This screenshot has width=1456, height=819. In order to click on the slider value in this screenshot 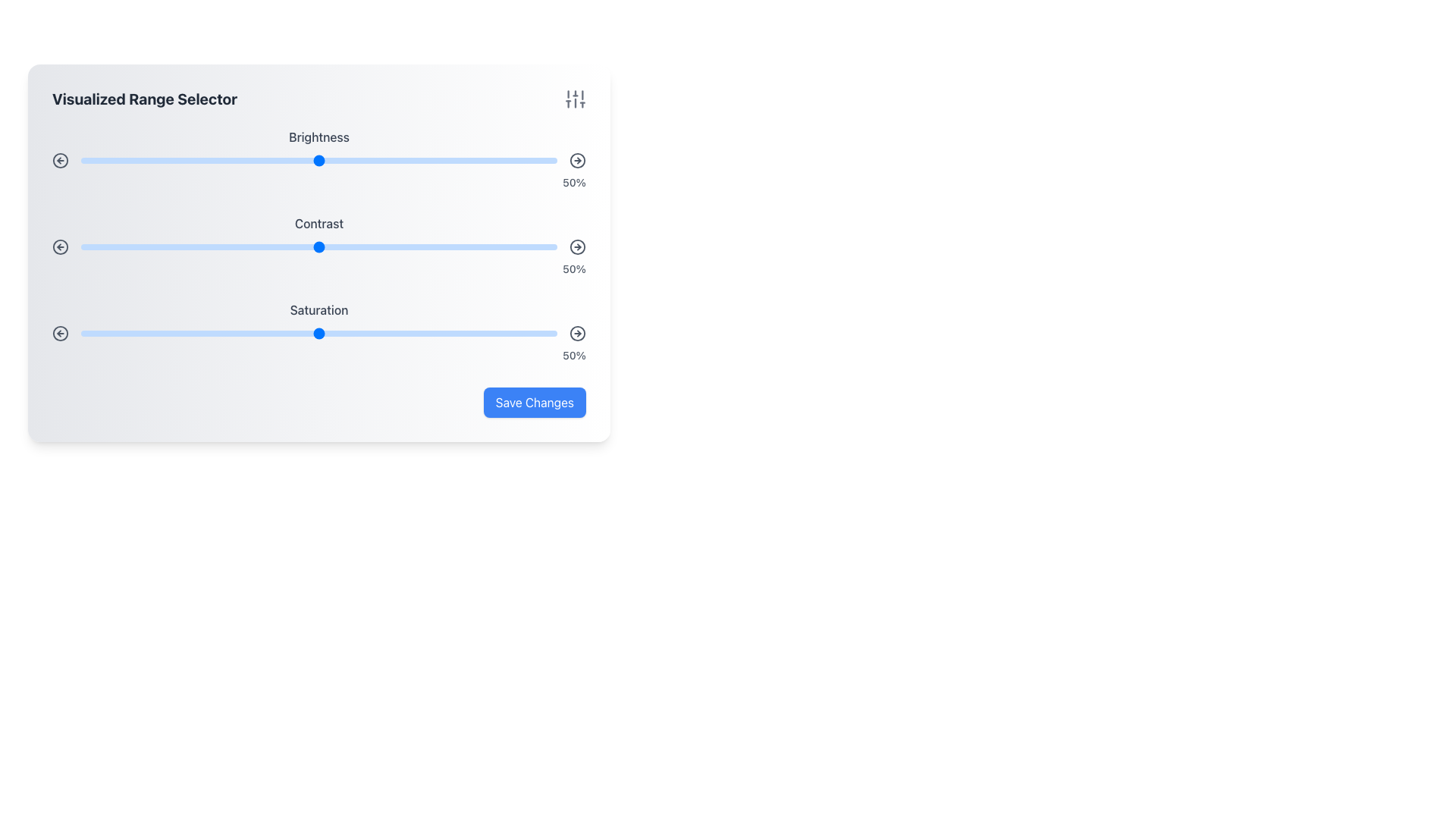, I will do `click(510, 332)`.